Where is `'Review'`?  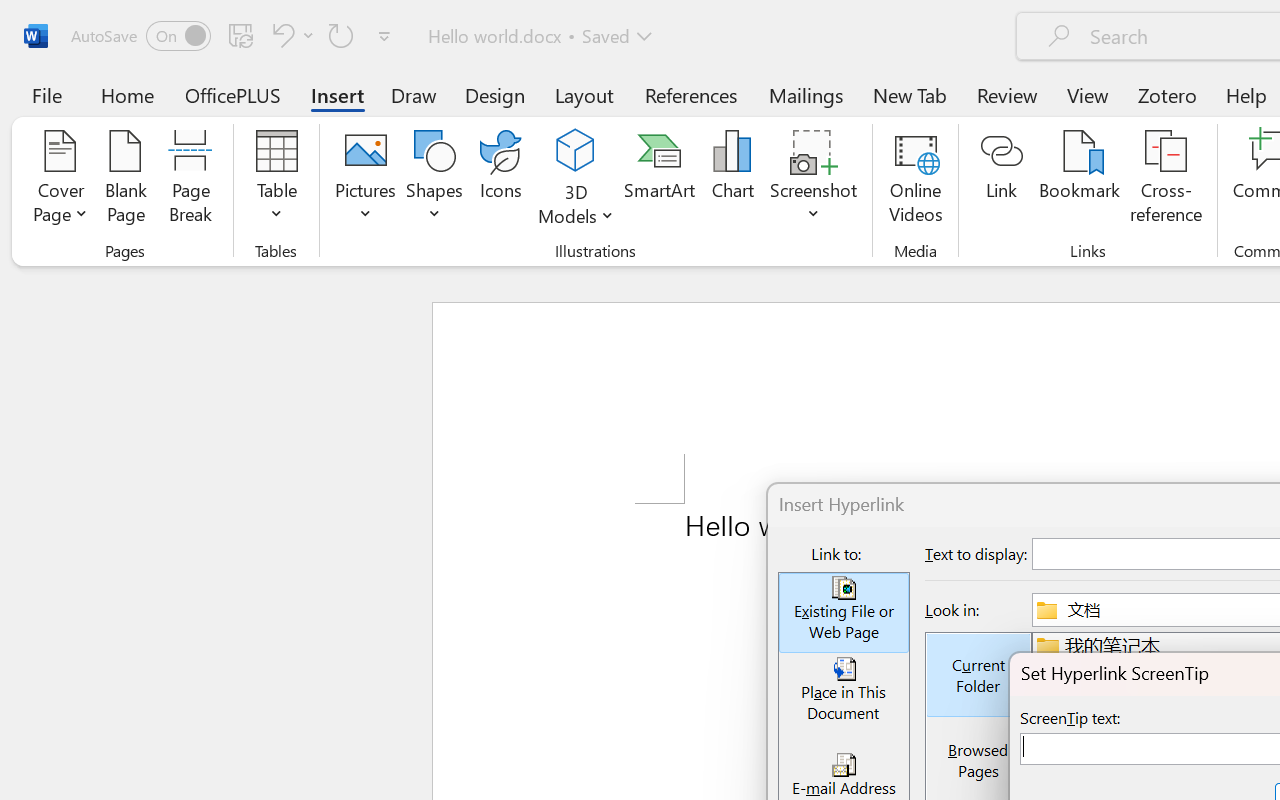
'Review' is located at coordinates (1007, 94).